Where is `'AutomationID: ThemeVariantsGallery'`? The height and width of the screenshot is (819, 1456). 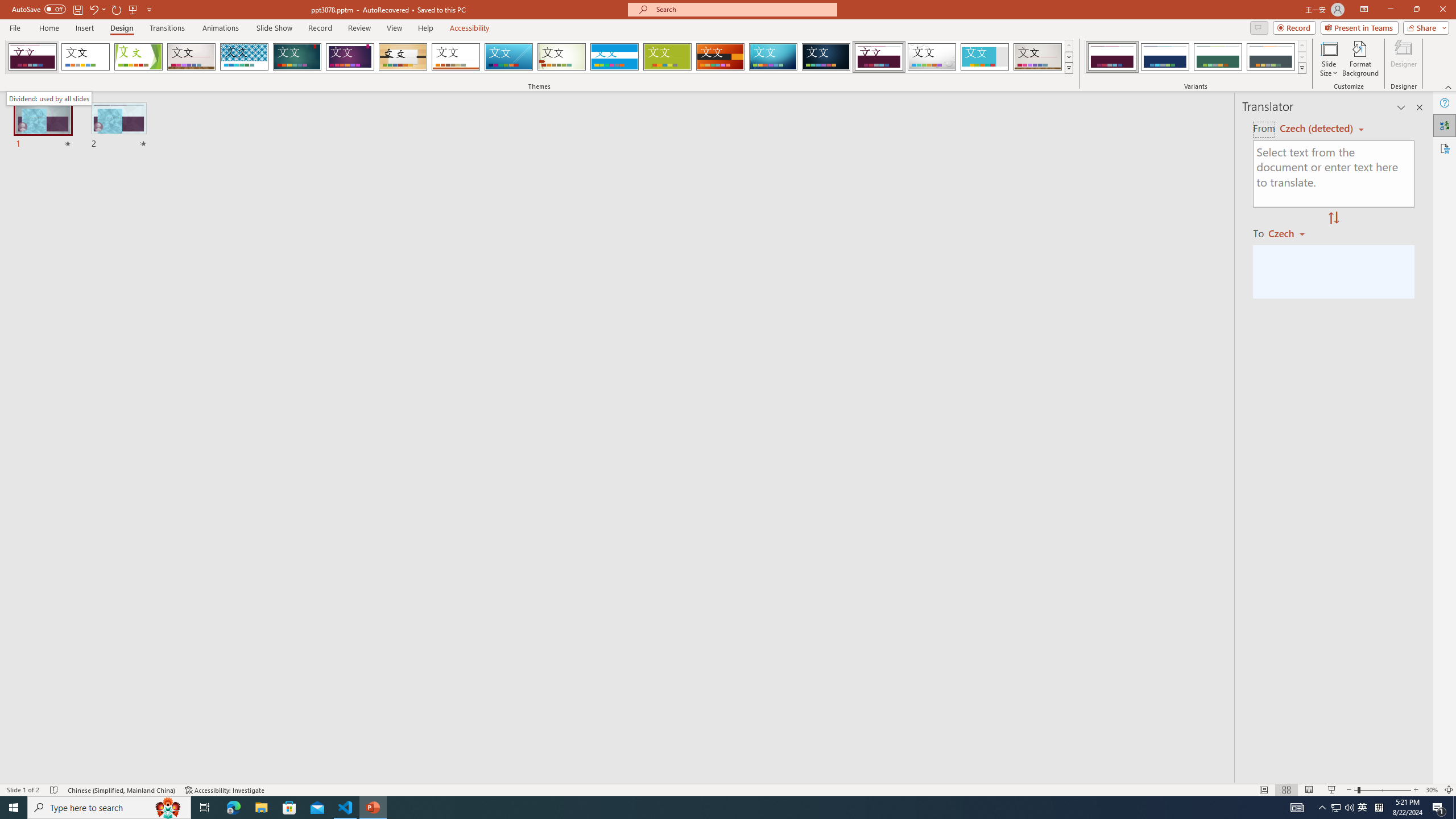
'AutomationID: ThemeVariantsGallery' is located at coordinates (1196, 56).